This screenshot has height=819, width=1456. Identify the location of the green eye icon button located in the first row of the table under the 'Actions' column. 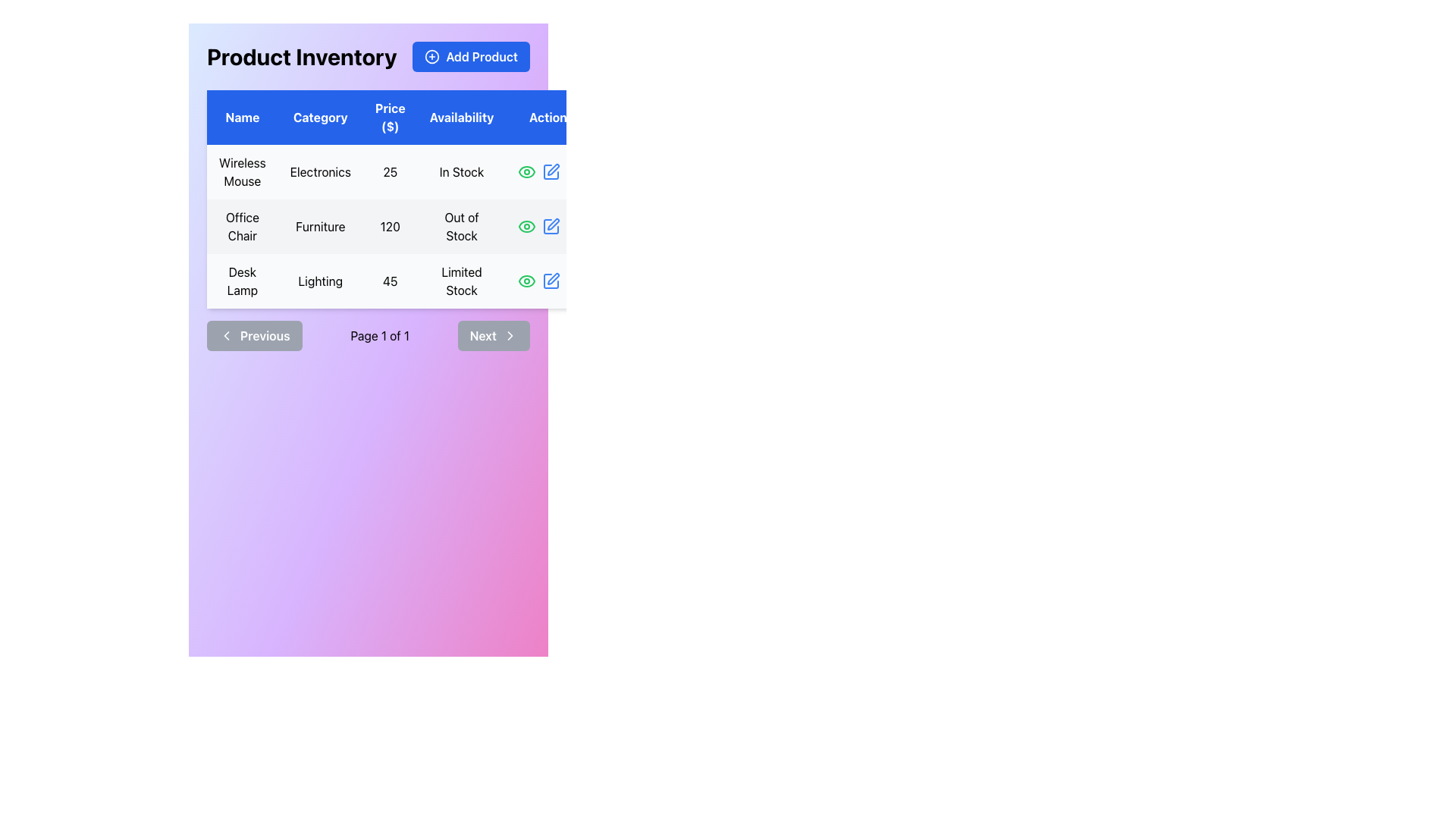
(527, 171).